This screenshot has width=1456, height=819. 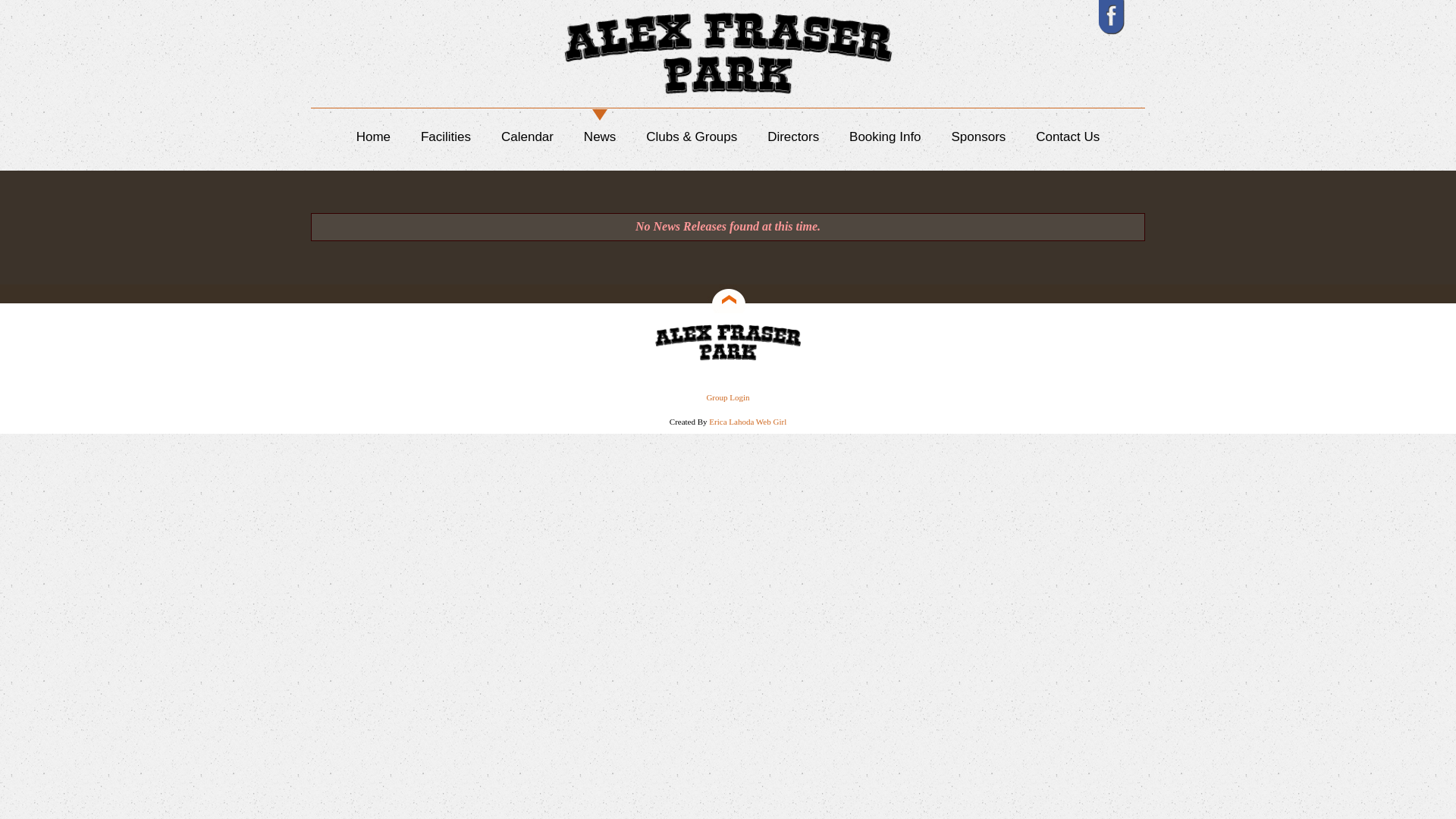 What do you see at coordinates (848, 136) in the screenshot?
I see `'Booking Info'` at bounding box center [848, 136].